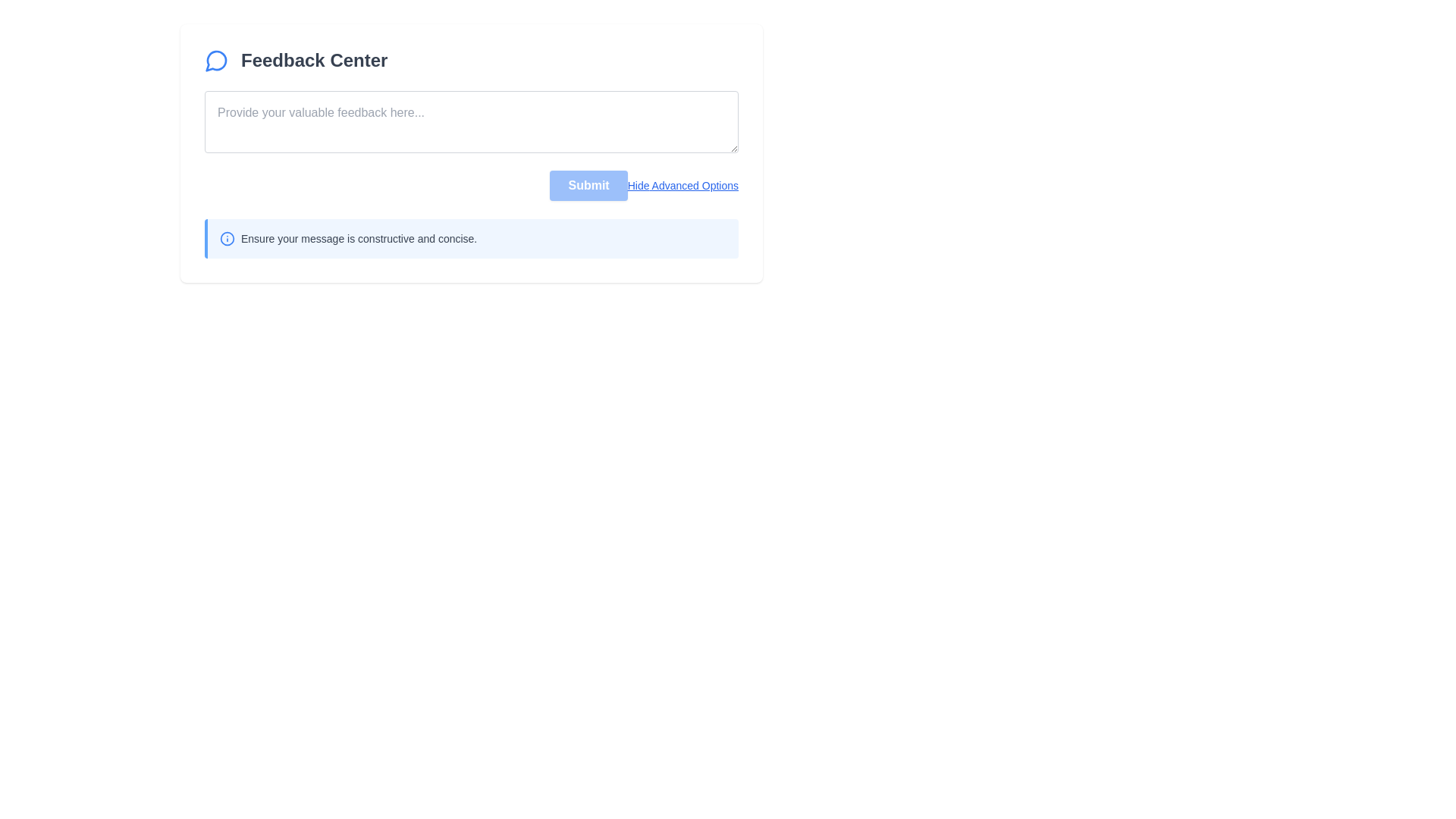 This screenshot has width=1456, height=819. I want to click on the rounded icon representing messaging or feedback functionality, which features a circular speech bubble with a blue outline, located, so click(216, 60).